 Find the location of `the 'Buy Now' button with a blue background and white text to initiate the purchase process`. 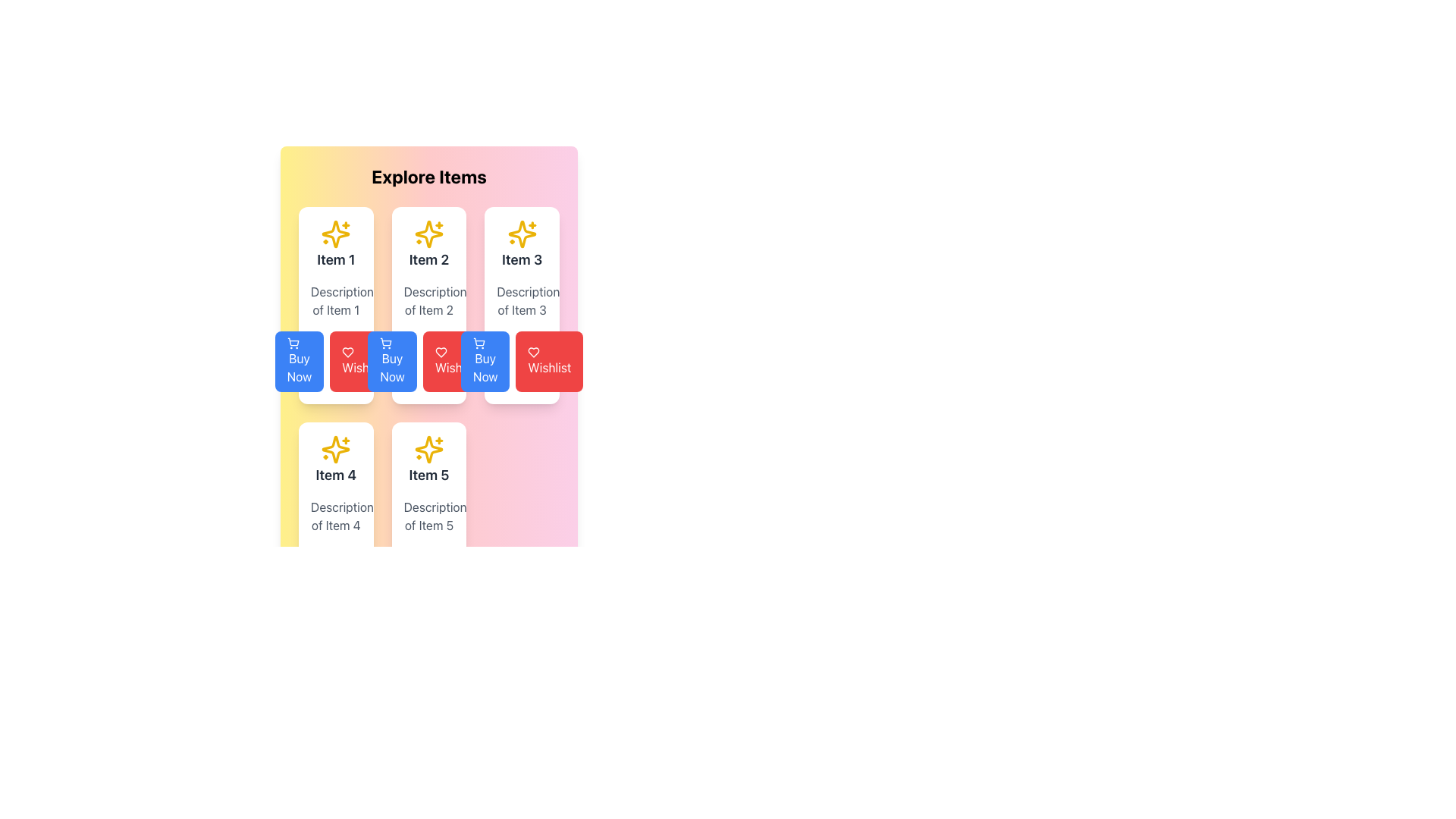

the 'Buy Now' button with a blue background and white text to initiate the purchase process is located at coordinates (485, 362).